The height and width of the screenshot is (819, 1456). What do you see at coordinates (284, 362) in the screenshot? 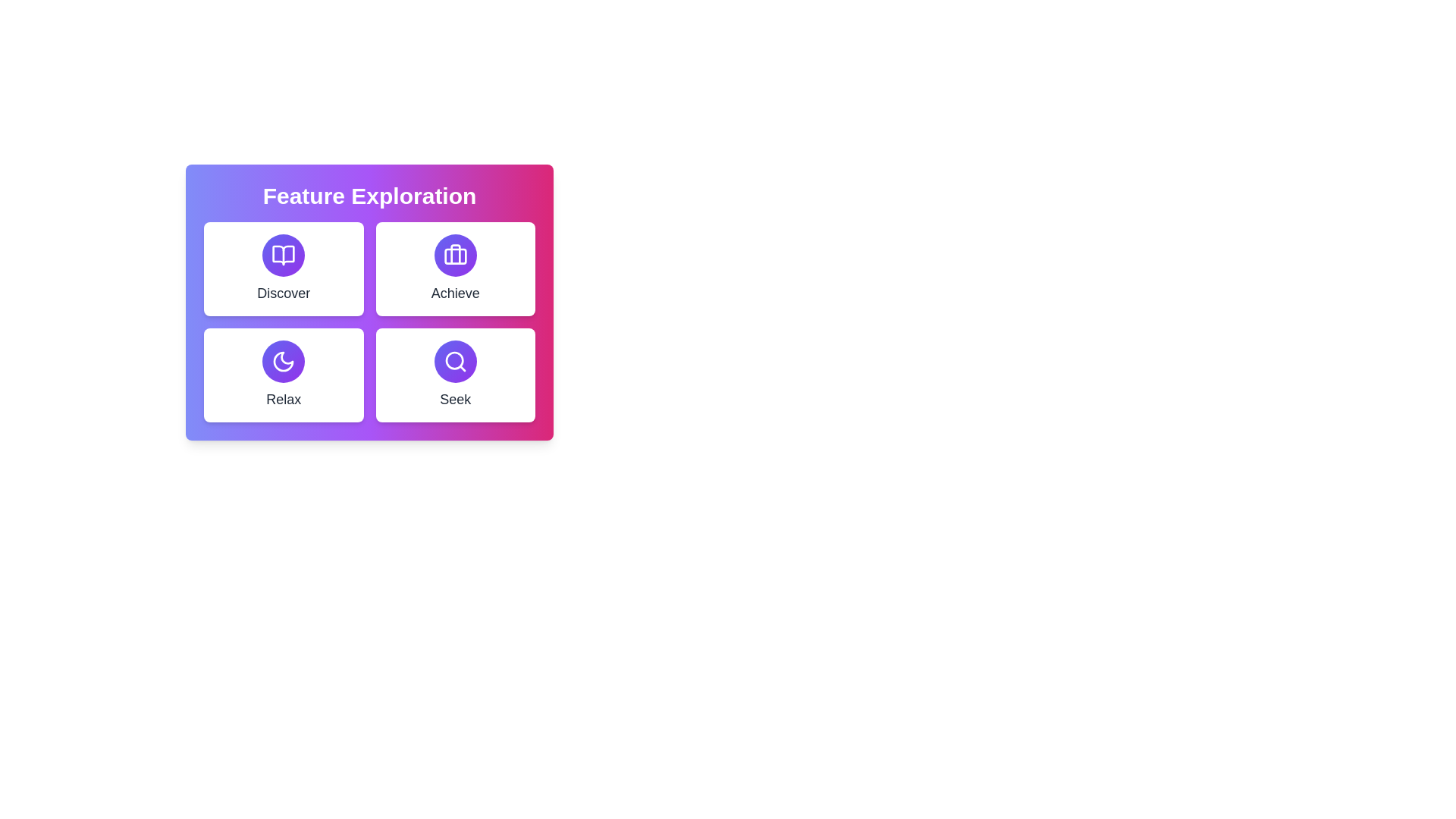
I see `the purple crescent moon icon that is part of the 'Relax' button located at the bottom-left corner of the button grid under 'Feature Exploration'` at bounding box center [284, 362].